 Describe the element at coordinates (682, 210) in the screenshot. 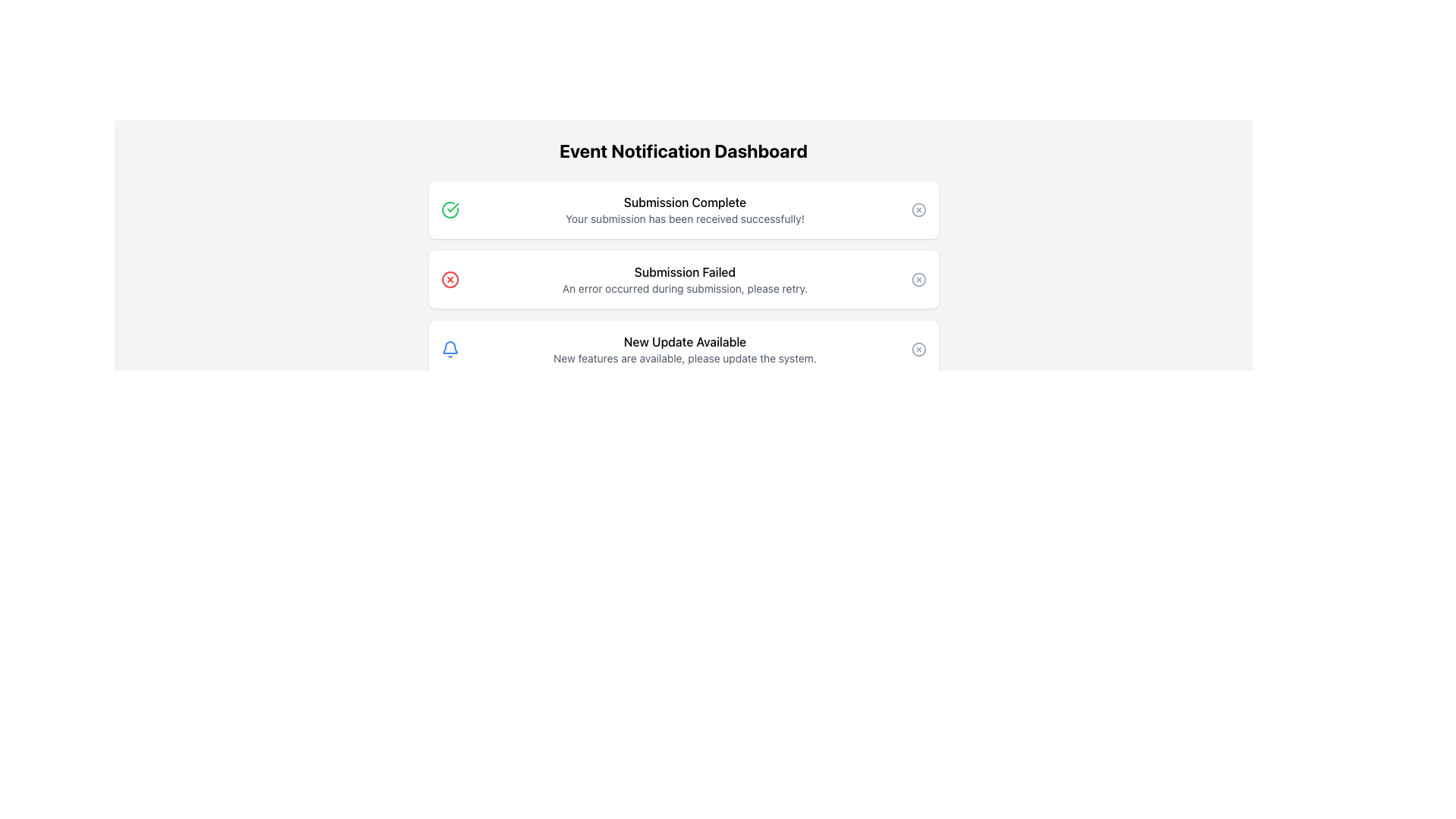

I see `the Notification card titled 'Submission Complete', which includes the message 'Your submission has been received successfully!'. This card is the first in a group of notifications located beneath the 'Event Notification Dashboard'` at that location.